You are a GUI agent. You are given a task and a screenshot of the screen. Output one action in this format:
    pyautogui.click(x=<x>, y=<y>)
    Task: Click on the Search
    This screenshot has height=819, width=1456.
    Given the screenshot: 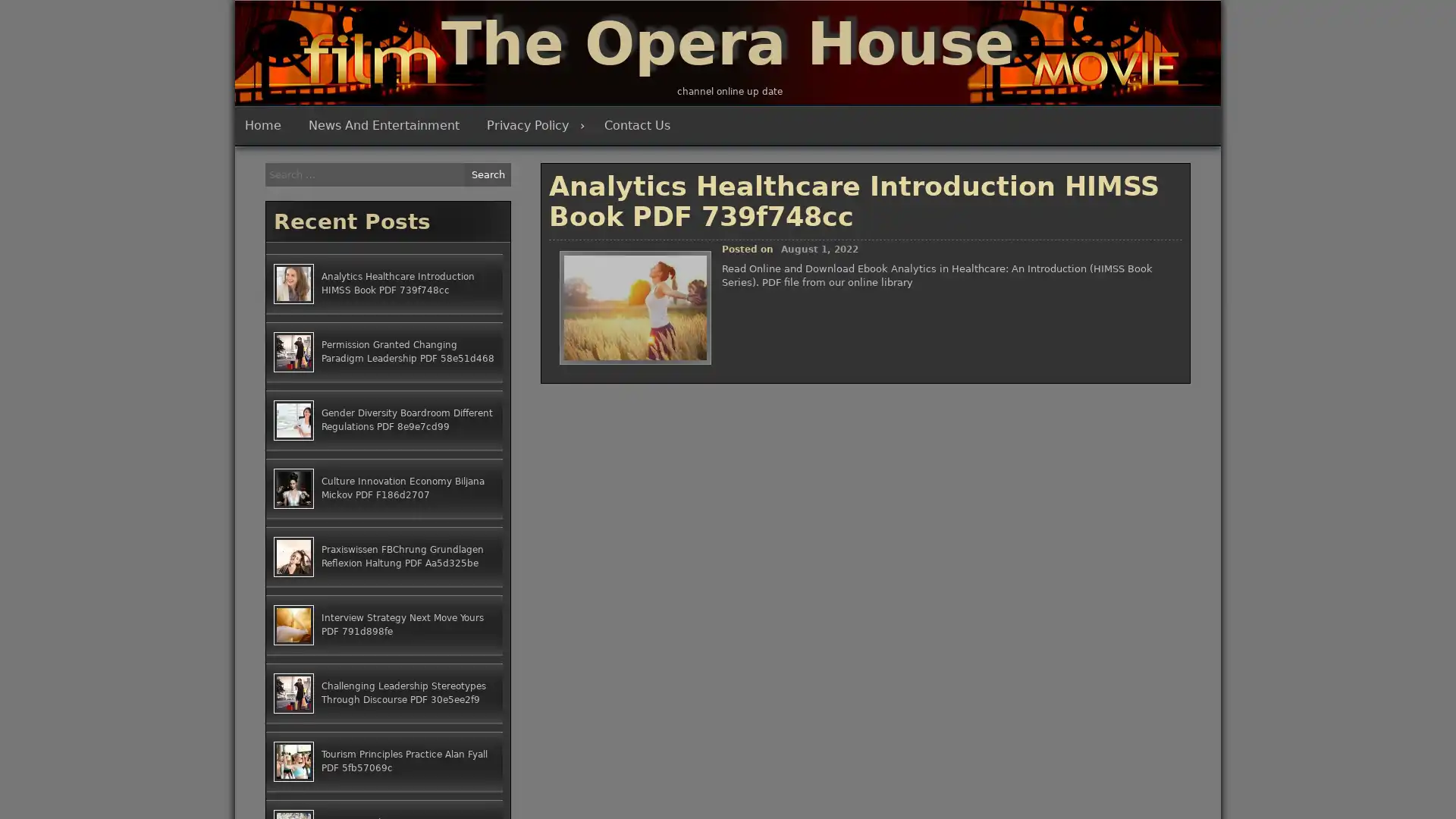 What is the action you would take?
    pyautogui.click(x=488, y=174)
    